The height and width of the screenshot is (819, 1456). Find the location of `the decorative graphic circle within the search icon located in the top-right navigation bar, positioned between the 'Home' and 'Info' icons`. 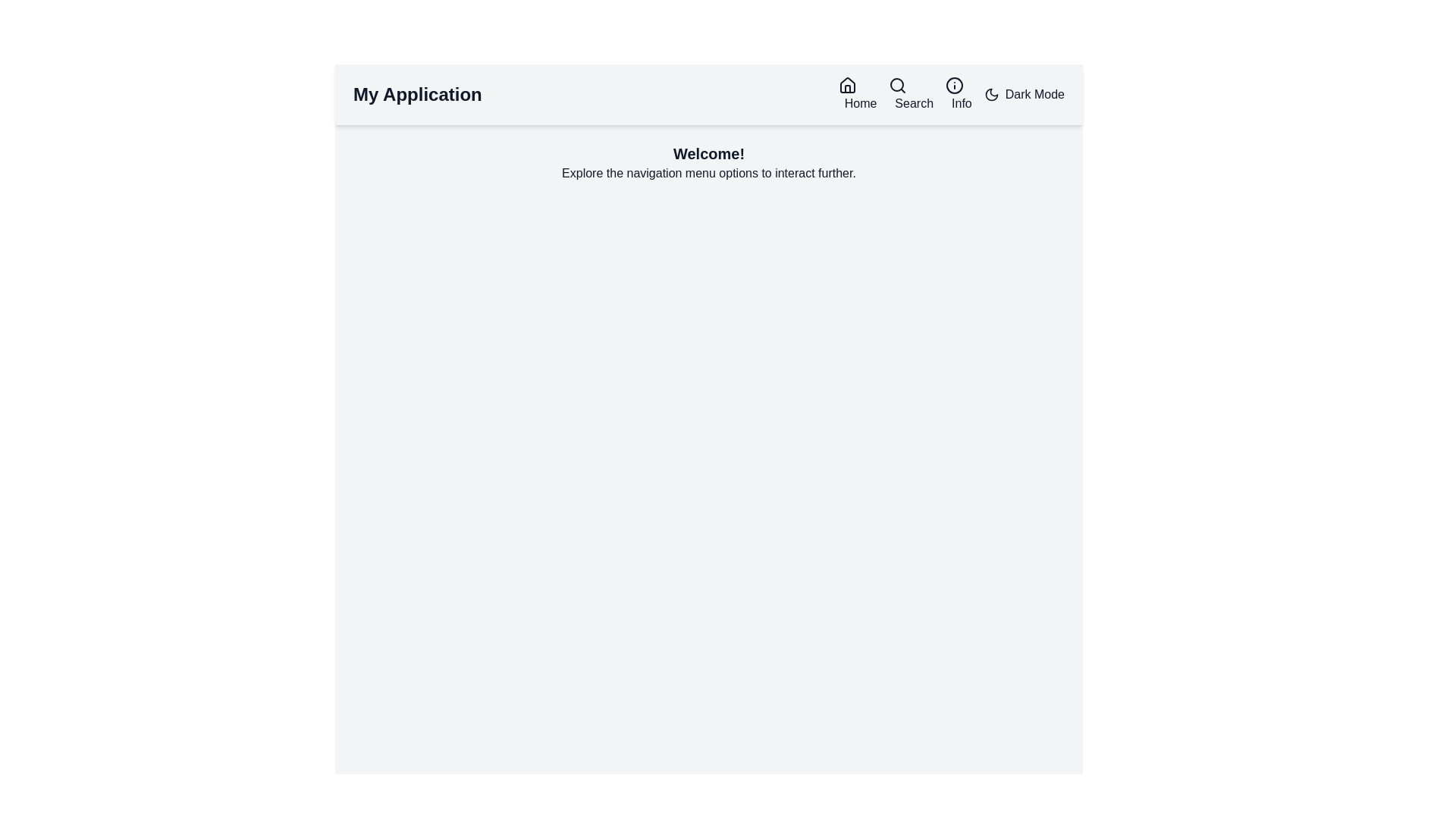

the decorative graphic circle within the search icon located in the top-right navigation bar, positioned between the 'Home' and 'Info' icons is located at coordinates (897, 84).